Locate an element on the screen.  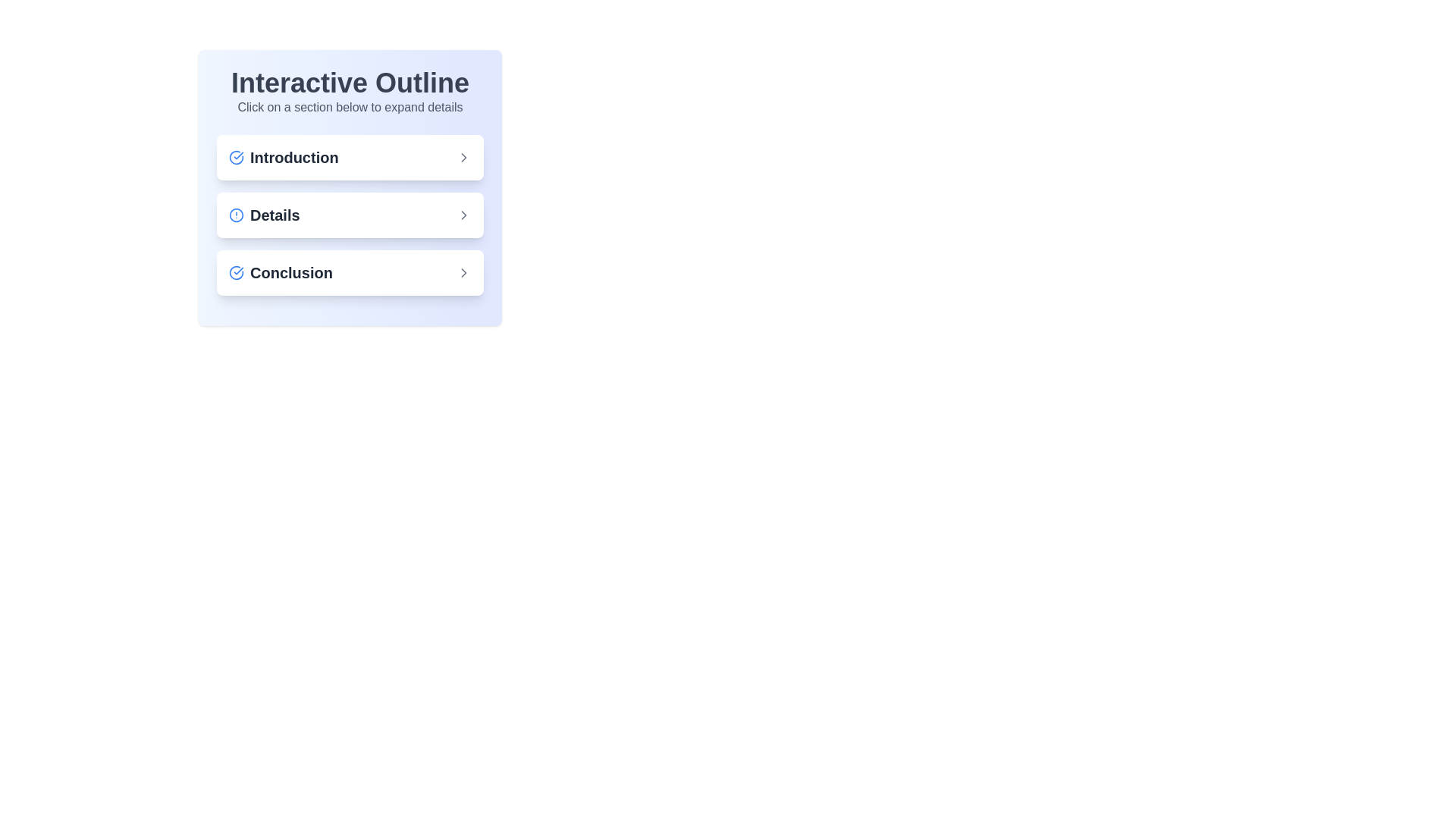
the button located below 'Introduction' and above 'Conclusion' is located at coordinates (349, 215).